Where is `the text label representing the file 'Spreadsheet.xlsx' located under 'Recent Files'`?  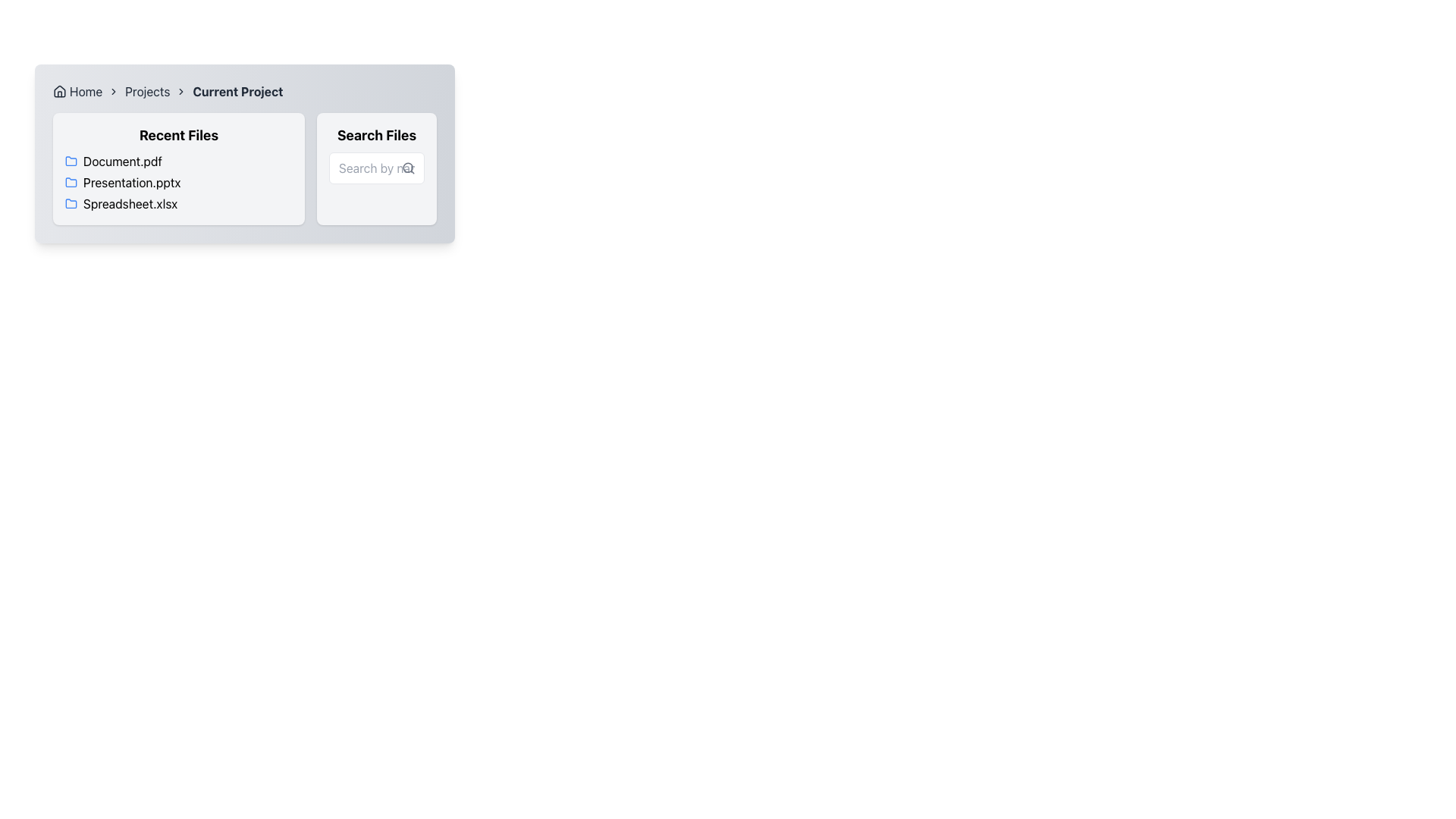 the text label representing the file 'Spreadsheet.xlsx' located under 'Recent Files' is located at coordinates (130, 203).